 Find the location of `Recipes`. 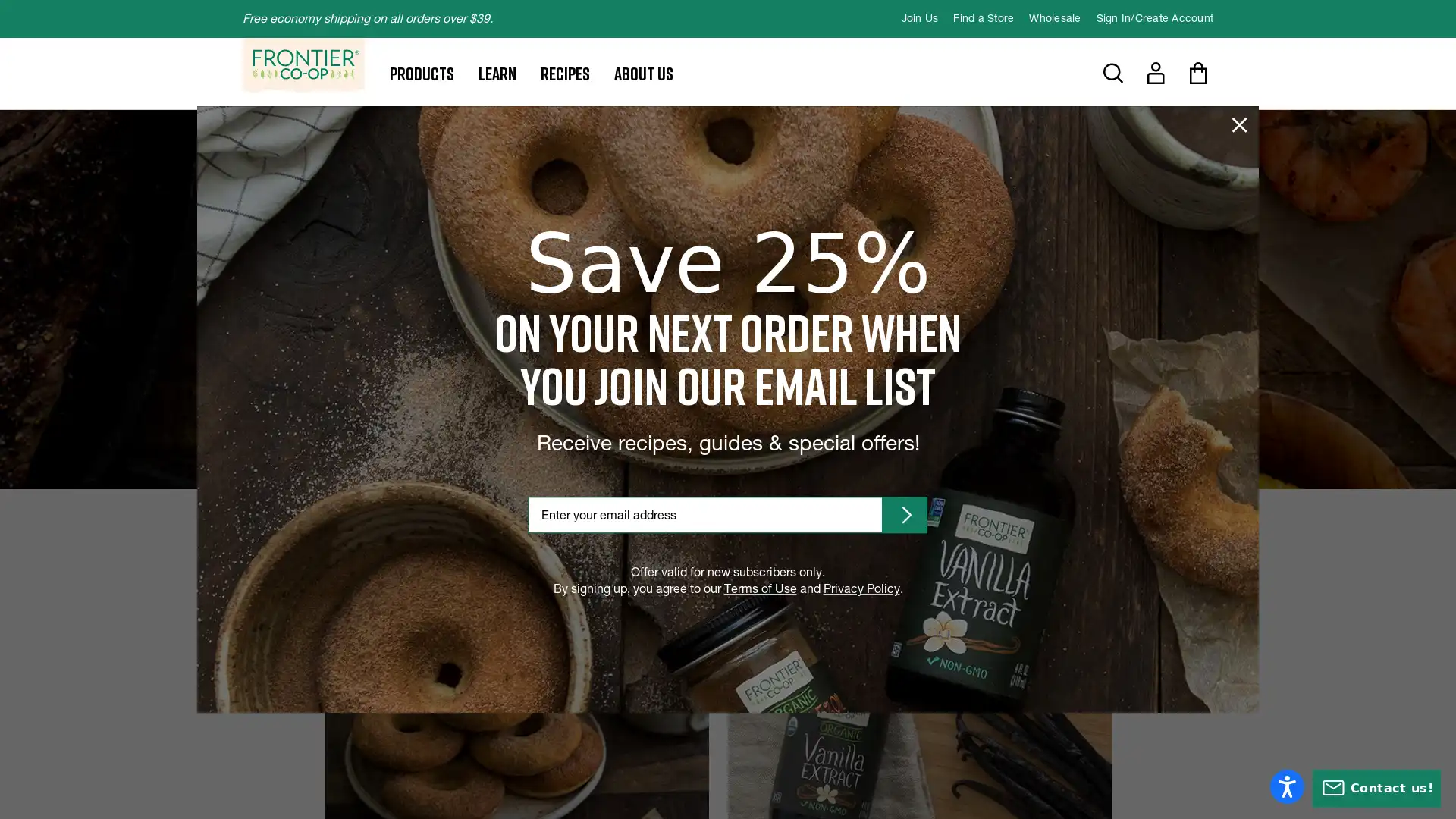

Recipes is located at coordinates (564, 73).